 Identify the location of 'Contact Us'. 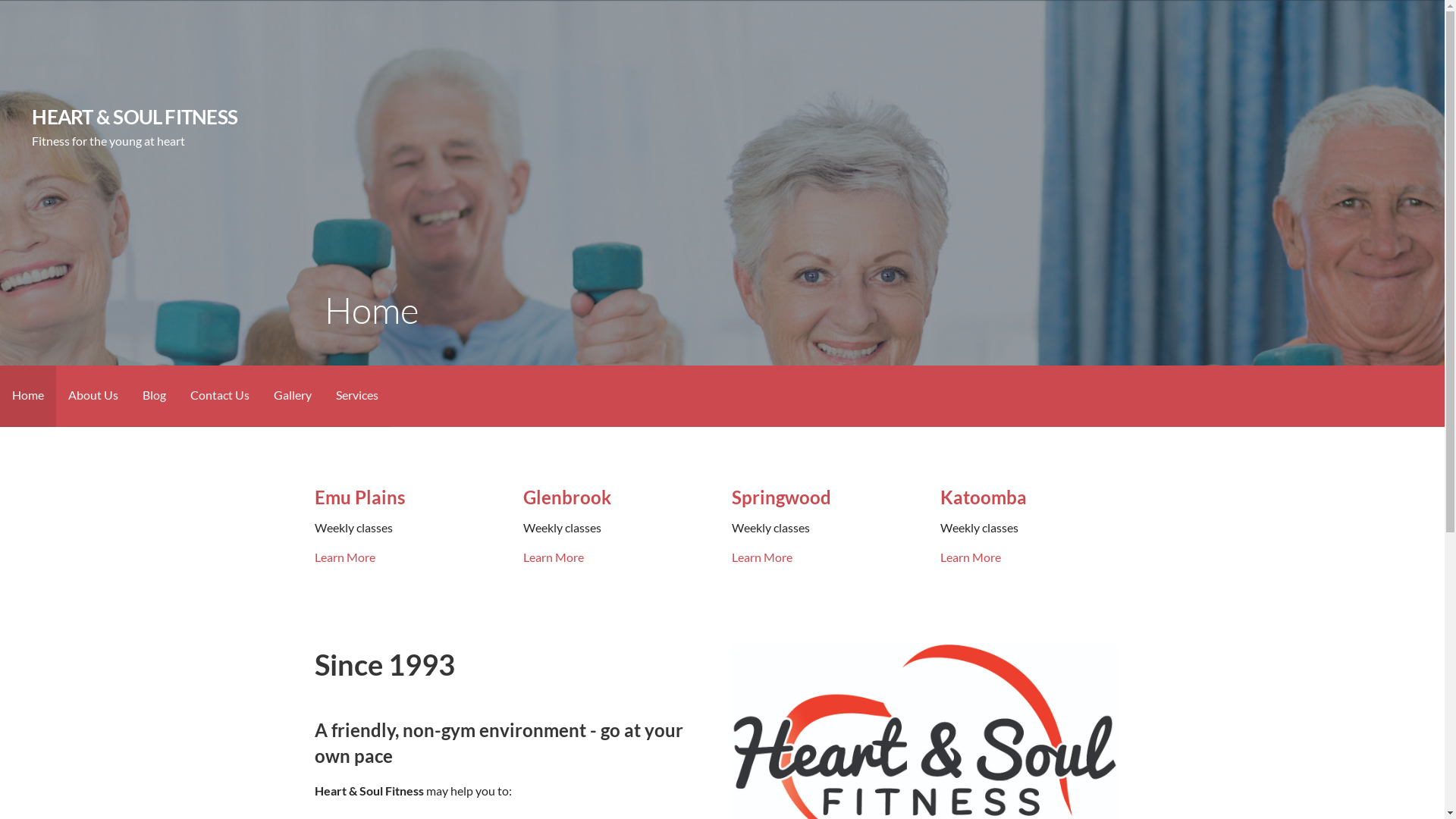
(178, 395).